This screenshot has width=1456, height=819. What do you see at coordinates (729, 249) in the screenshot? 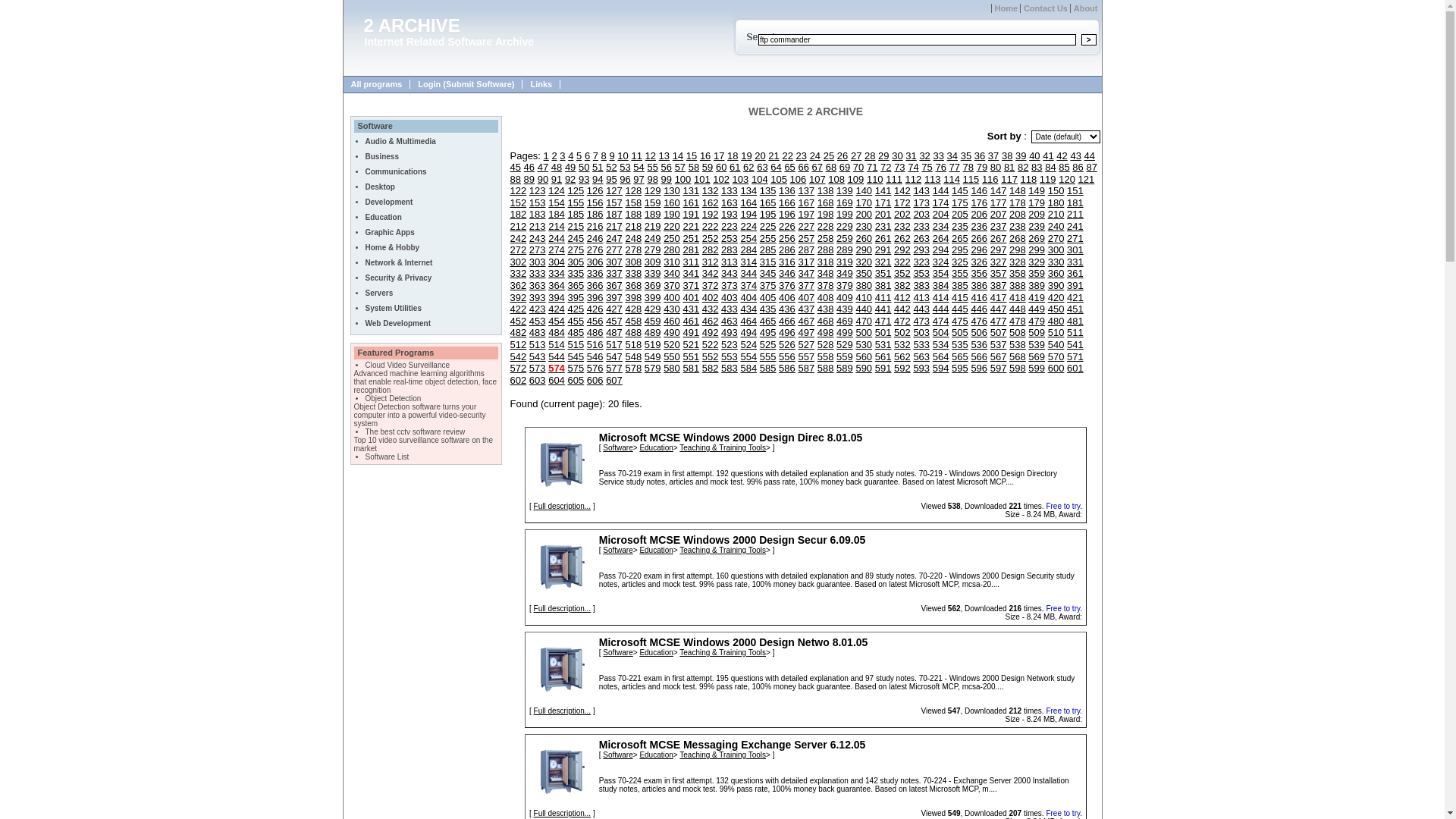
I see `'283'` at bounding box center [729, 249].